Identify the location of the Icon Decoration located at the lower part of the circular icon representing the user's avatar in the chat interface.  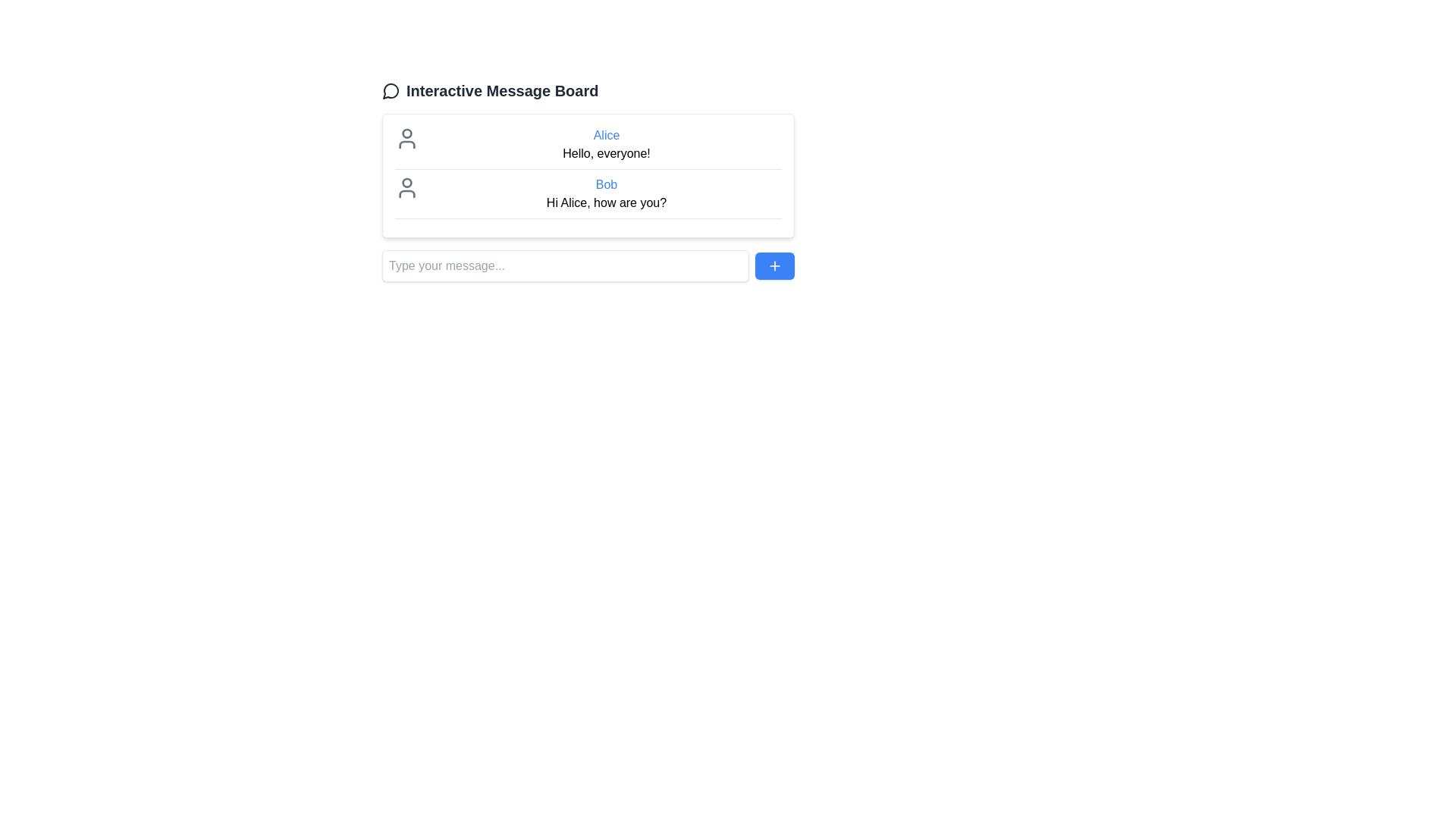
(407, 193).